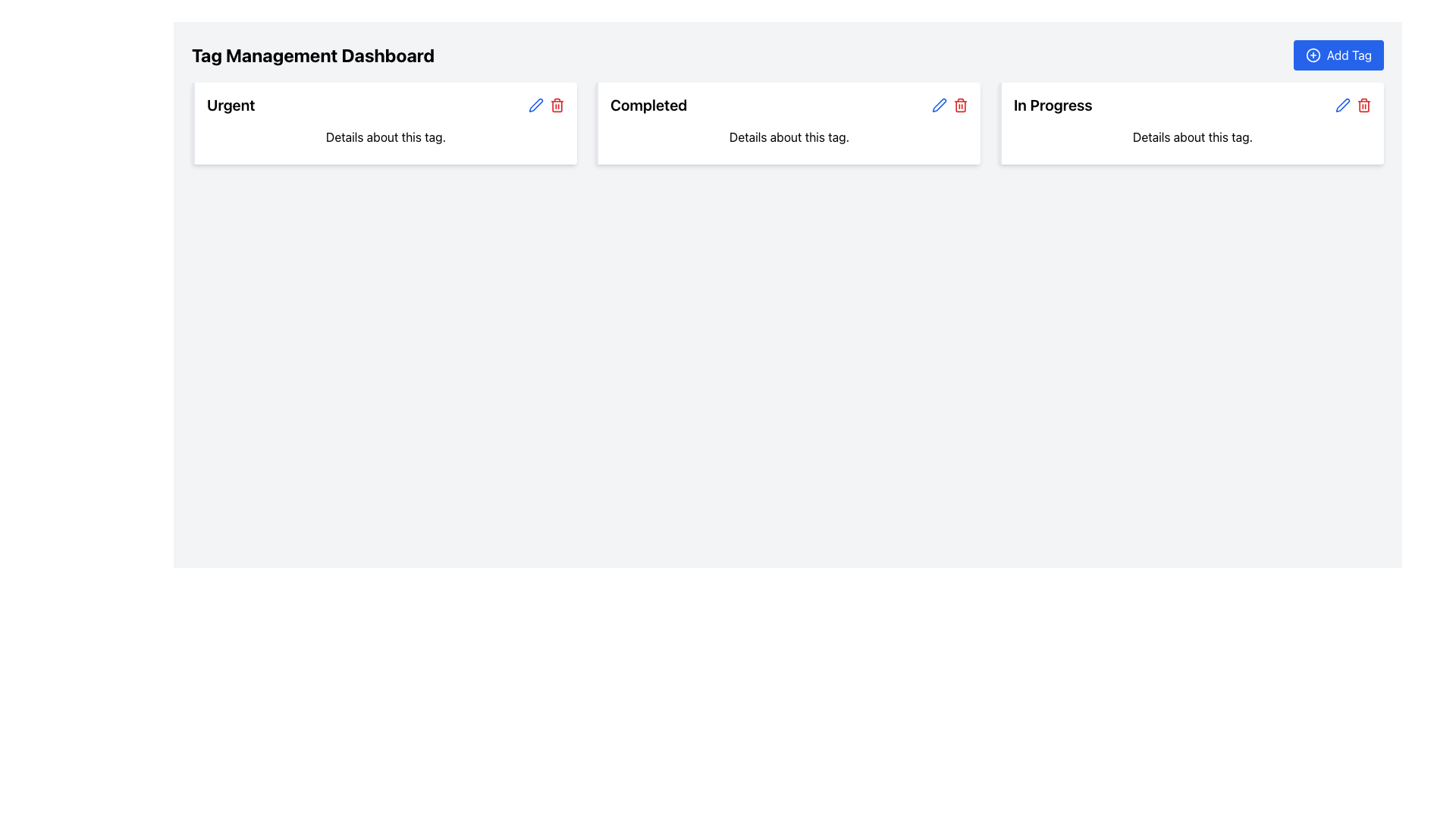 Image resolution: width=1456 pixels, height=819 pixels. What do you see at coordinates (1364, 104) in the screenshot?
I see `the red-colored trash bin icon located at the far right within the 'In Progress' category` at bounding box center [1364, 104].